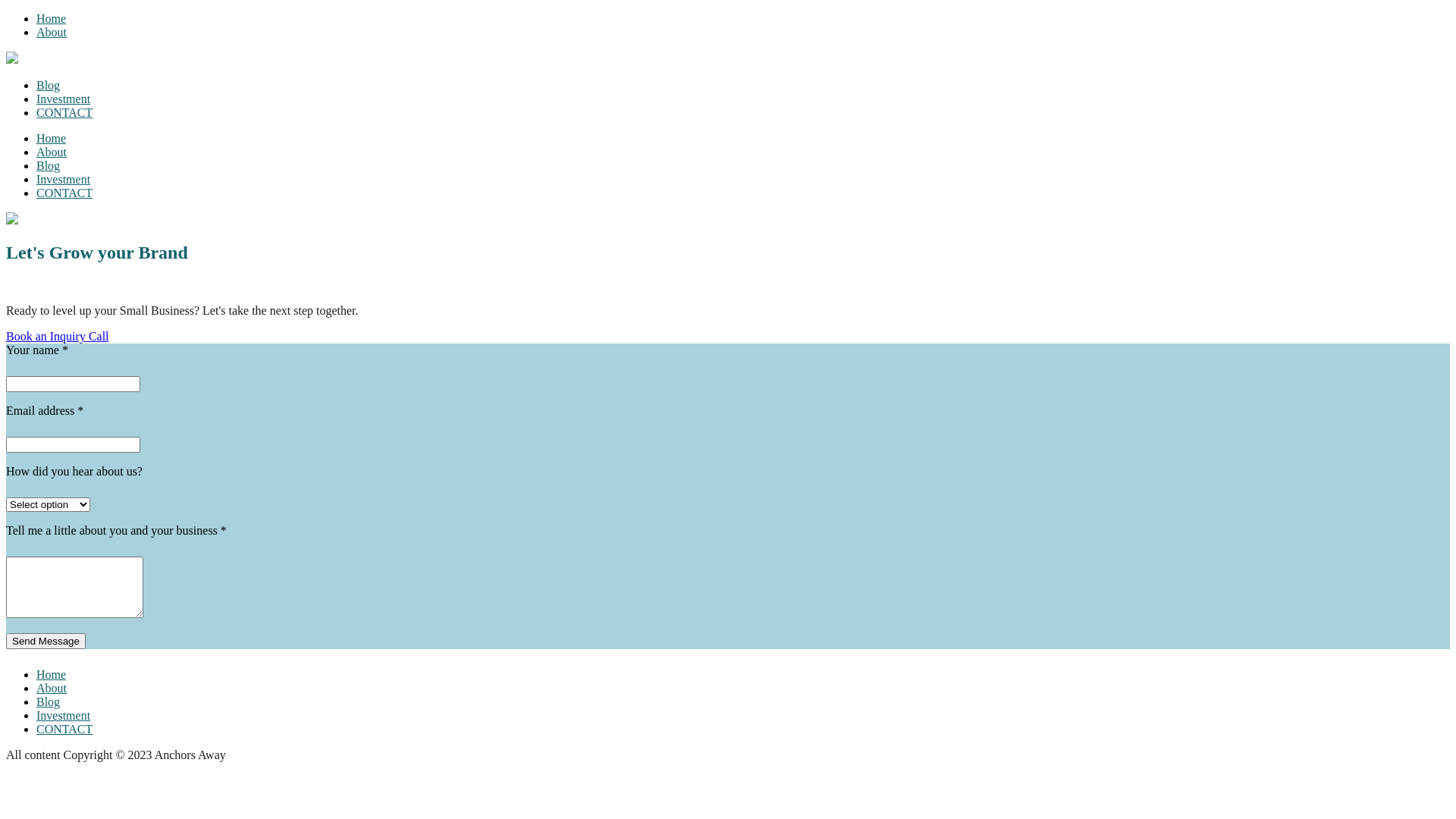 This screenshot has height=819, width=1456. Describe the element at coordinates (51, 18) in the screenshot. I see `'Home'` at that location.